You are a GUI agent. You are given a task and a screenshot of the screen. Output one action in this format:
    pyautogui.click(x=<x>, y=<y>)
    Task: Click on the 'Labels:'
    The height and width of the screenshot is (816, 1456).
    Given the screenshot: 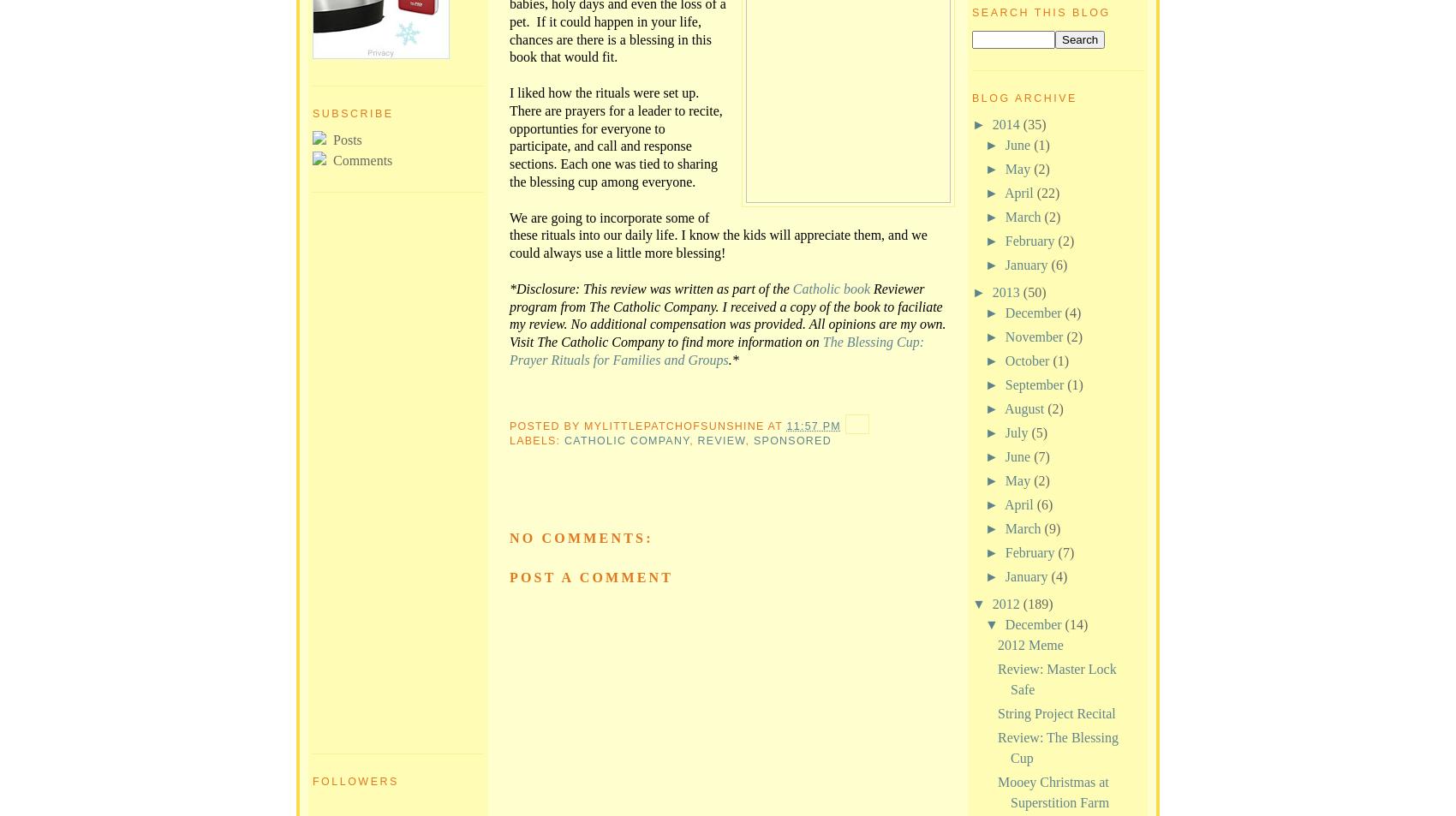 What is the action you would take?
    pyautogui.click(x=509, y=441)
    